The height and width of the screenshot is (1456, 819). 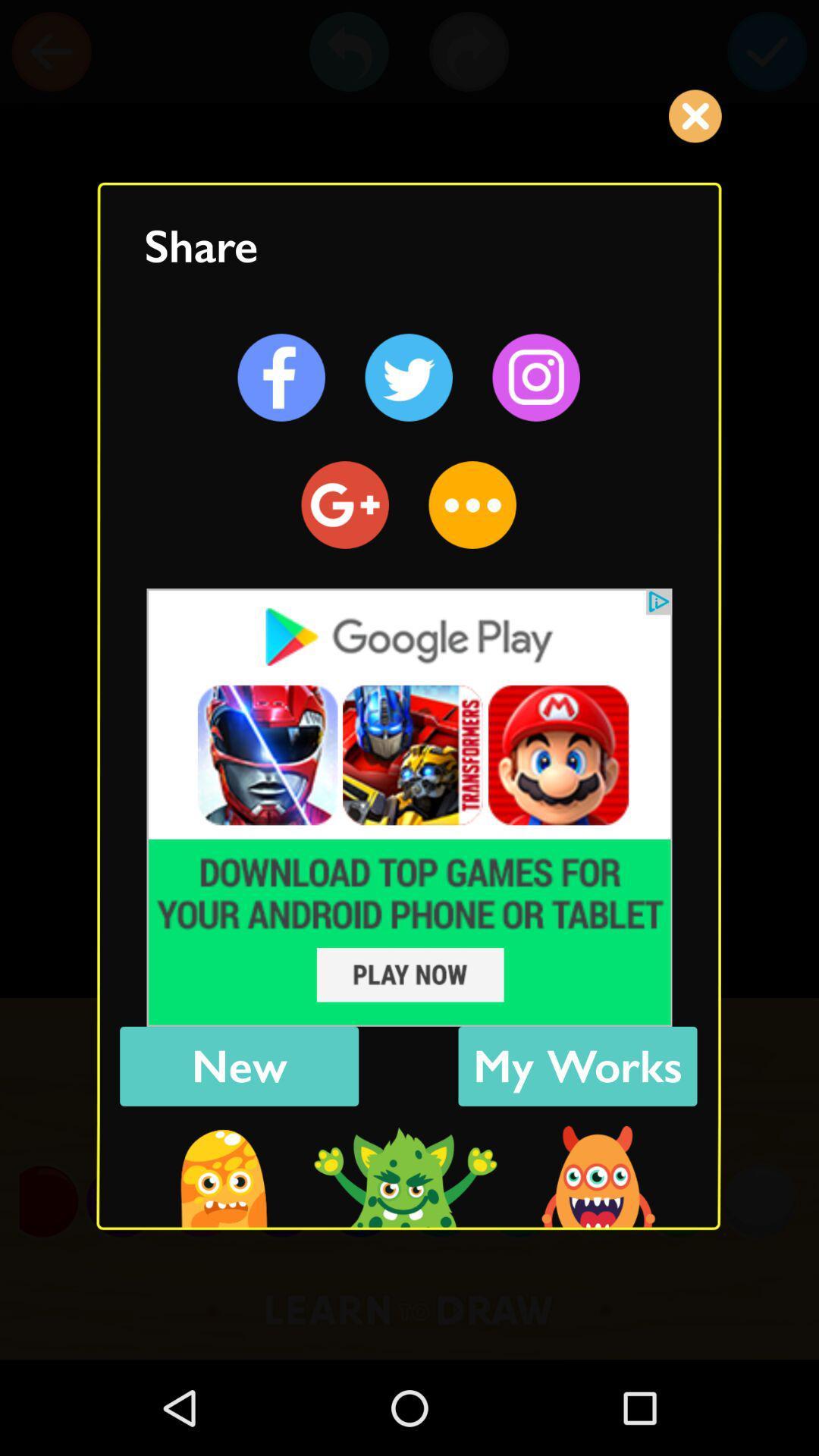 I want to click on the twitter icon, so click(x=408, y=378).